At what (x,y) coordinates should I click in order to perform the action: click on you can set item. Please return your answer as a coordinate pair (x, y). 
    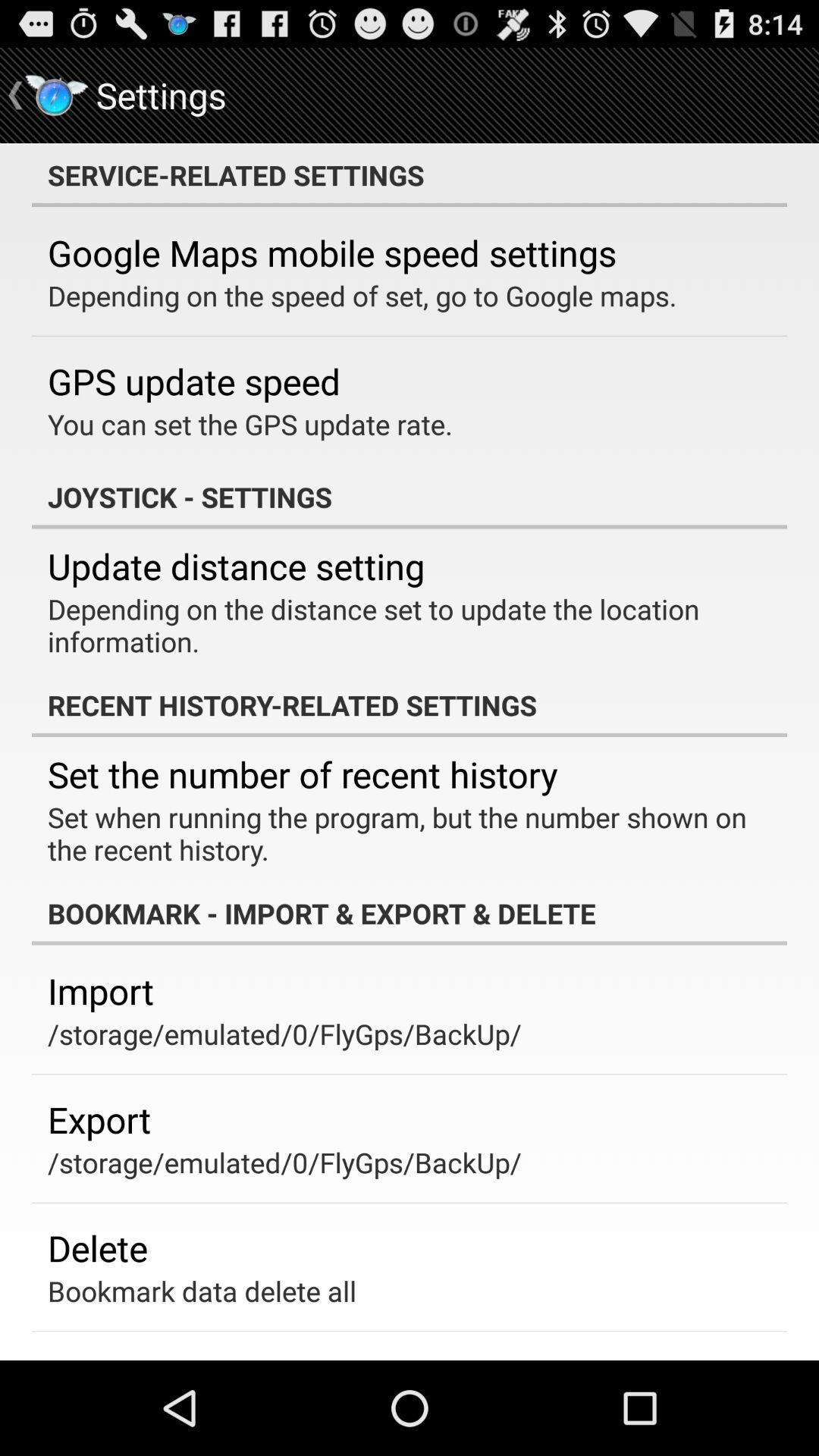
    Looking at the image, I should click on (249, 424).